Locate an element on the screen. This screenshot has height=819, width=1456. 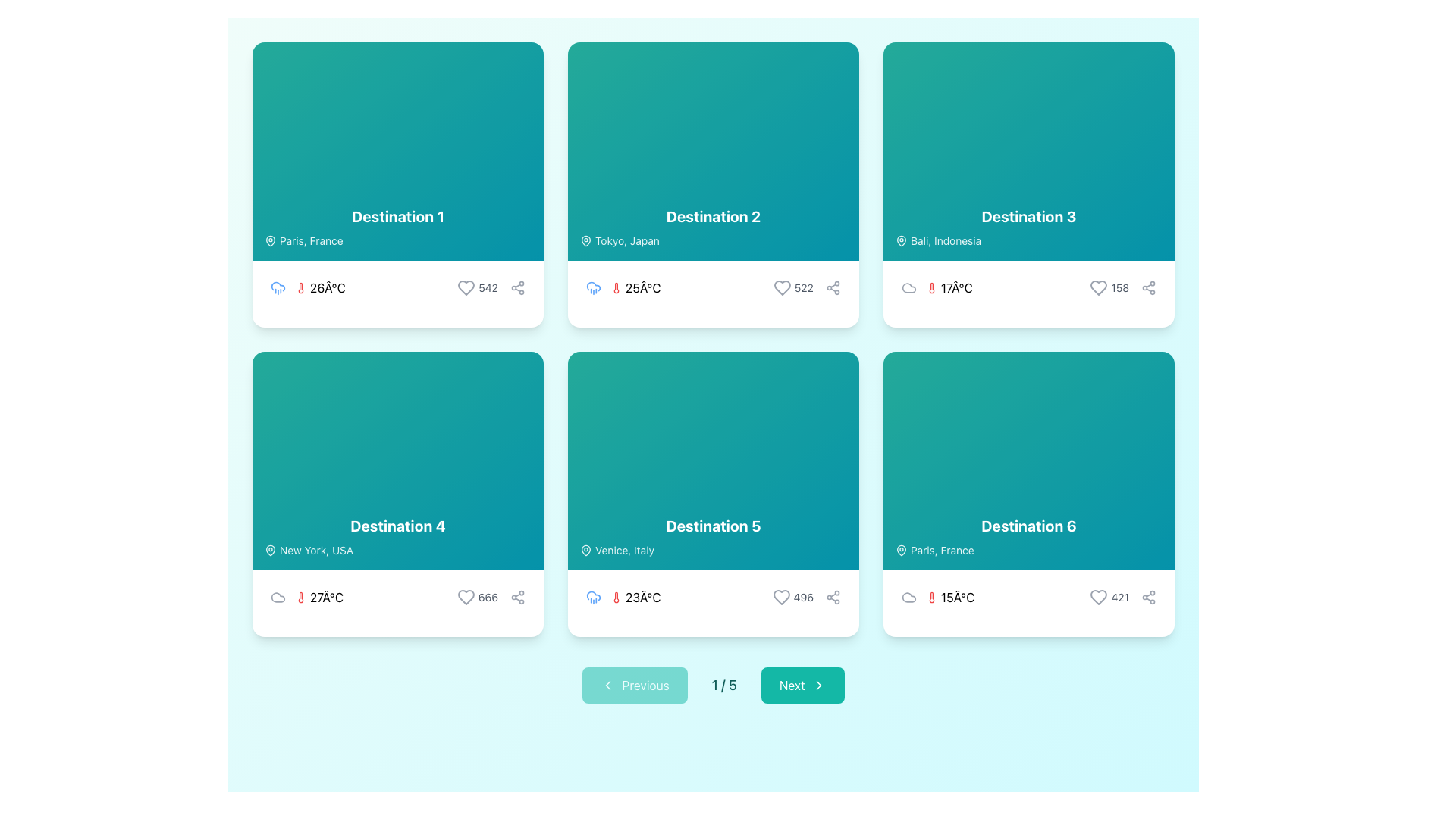
the red thermometer icon located to the left of the temperature value '26°C' in the 'Destination 1' card, situated in the top-left corner of the grid of cards is located at coordinates (301, 288).